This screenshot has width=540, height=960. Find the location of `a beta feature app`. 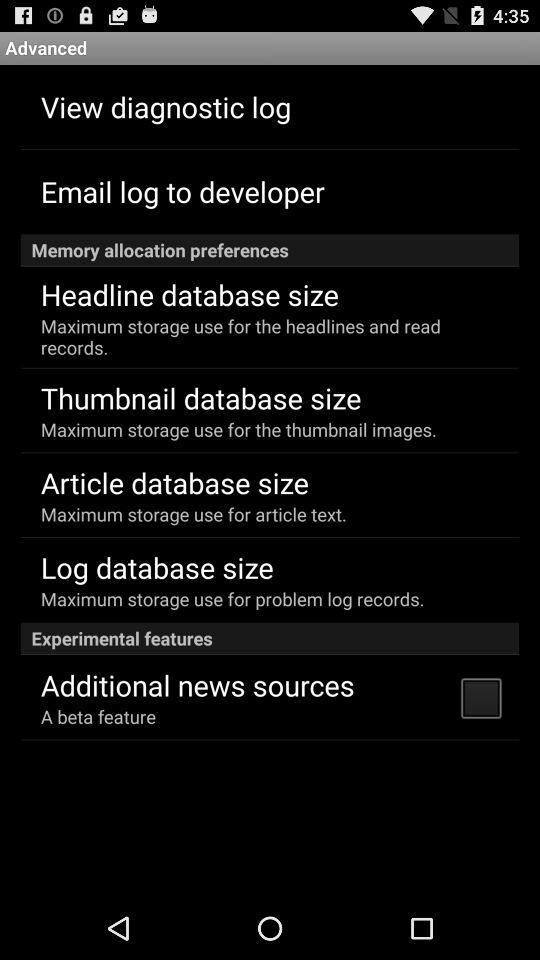

a beta feature app is located at coordinates (97, 716).